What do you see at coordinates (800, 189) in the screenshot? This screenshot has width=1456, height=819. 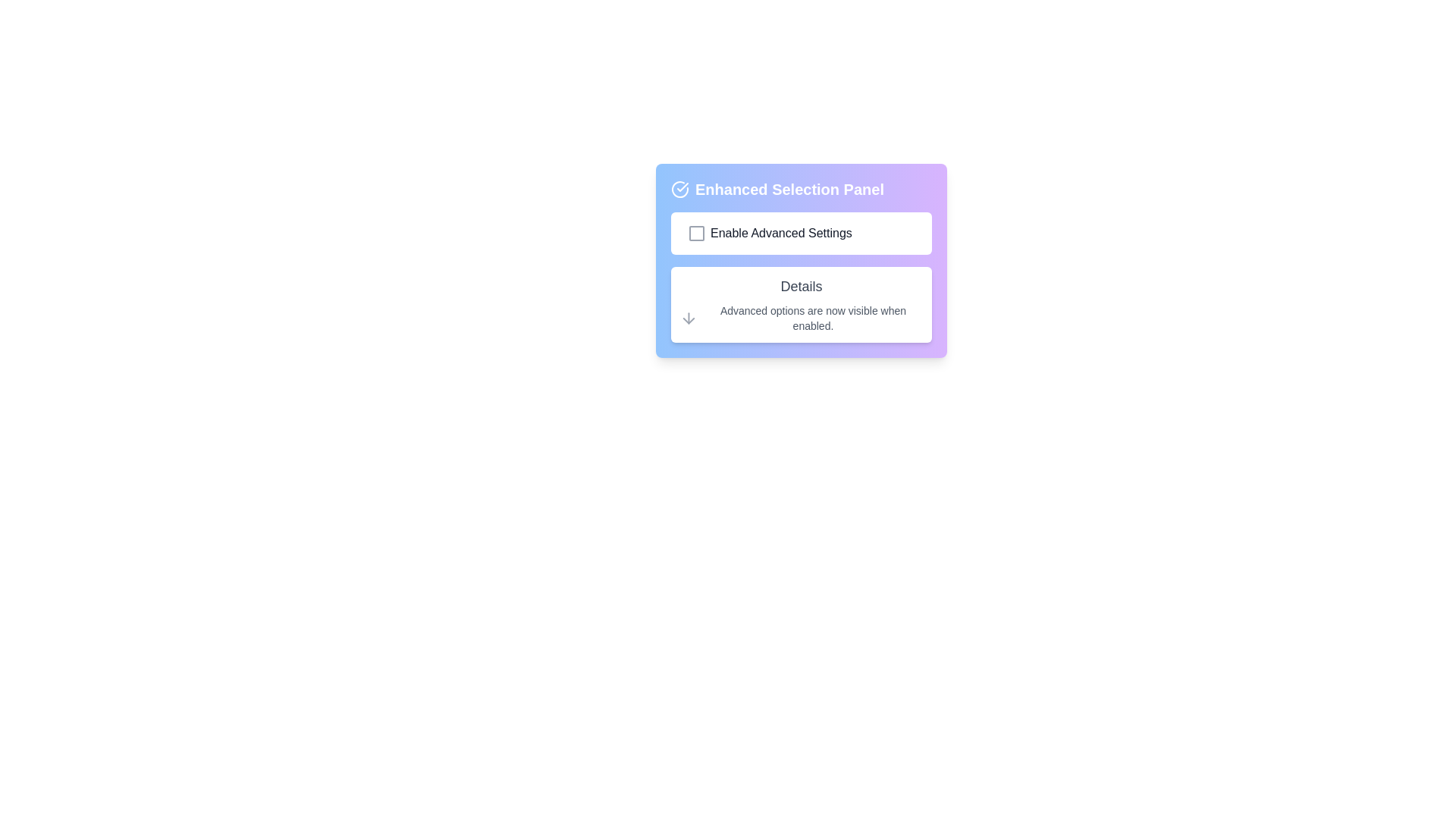 I see `the heading 'Enhanced Selection Panel' which features a bold title in white on a gradient background from blue to purple, accompanied by a circular check icon on the left` at bounding box center [800, 189].